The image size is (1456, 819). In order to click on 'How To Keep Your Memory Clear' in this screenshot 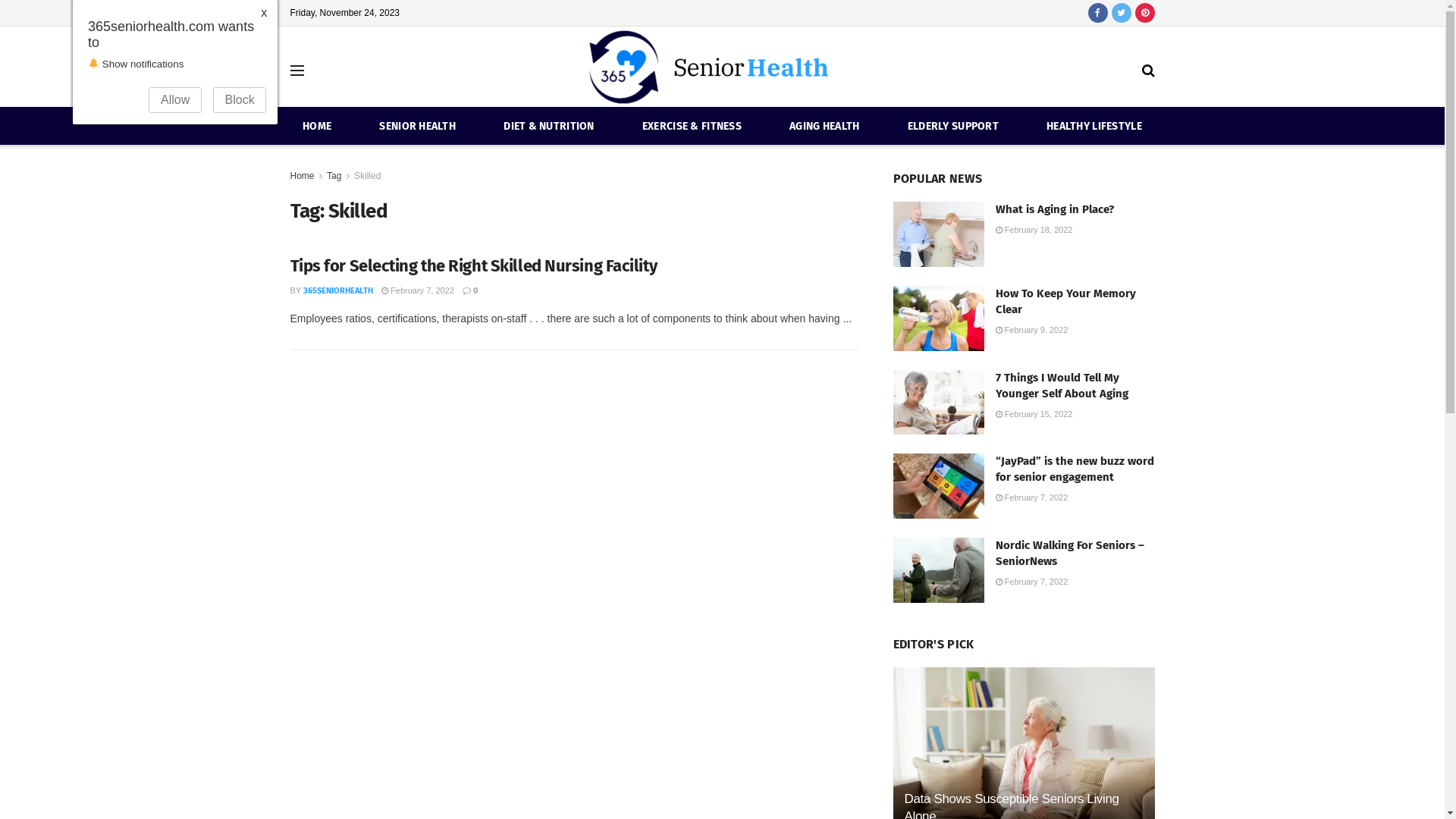, I will do `click(1064, 301)`.